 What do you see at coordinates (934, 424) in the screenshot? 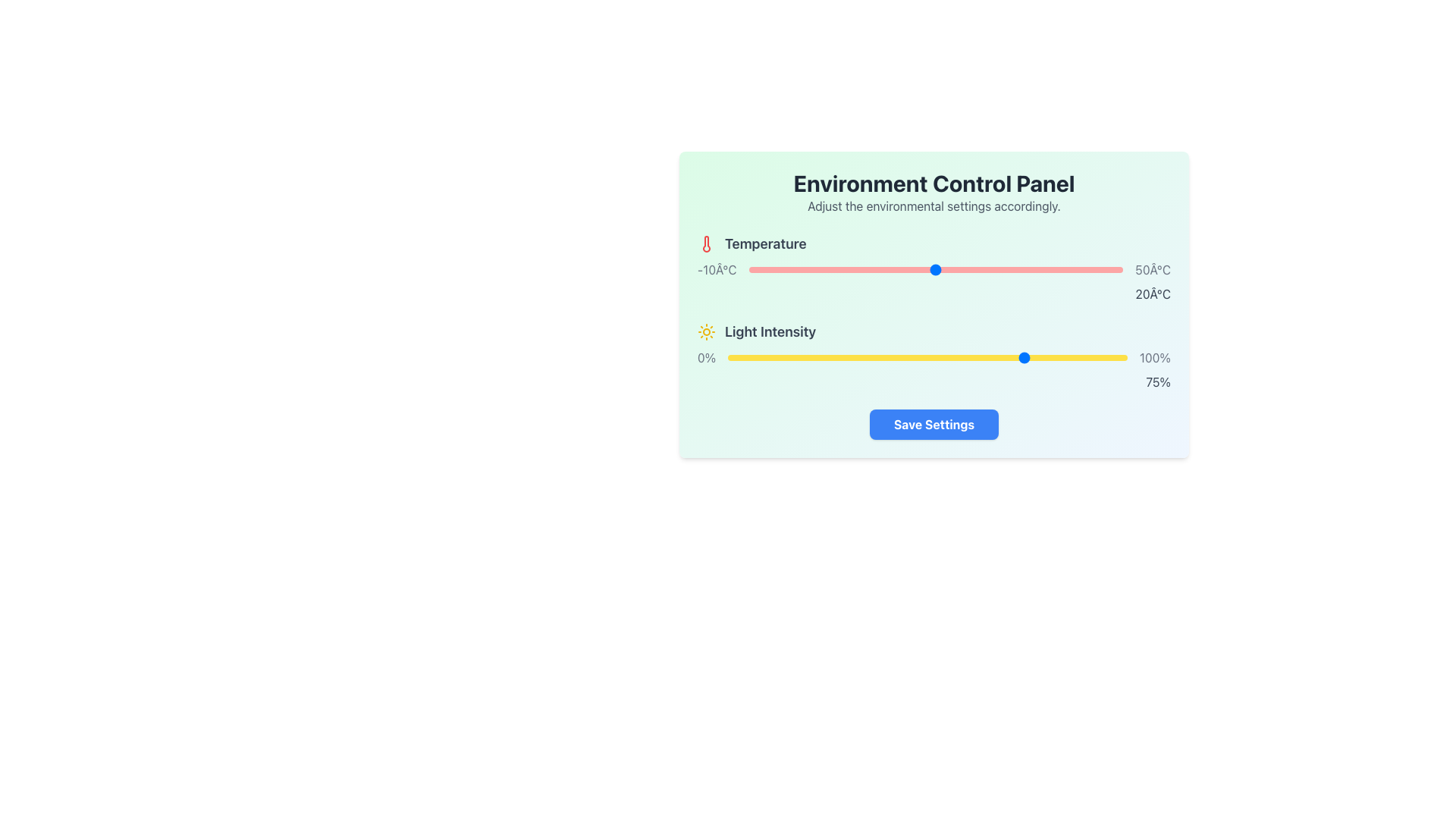
I see `the 'Save Settings' button located at the bottom center of the 'Environment Control Panel'` at bounding box center [934, 424].